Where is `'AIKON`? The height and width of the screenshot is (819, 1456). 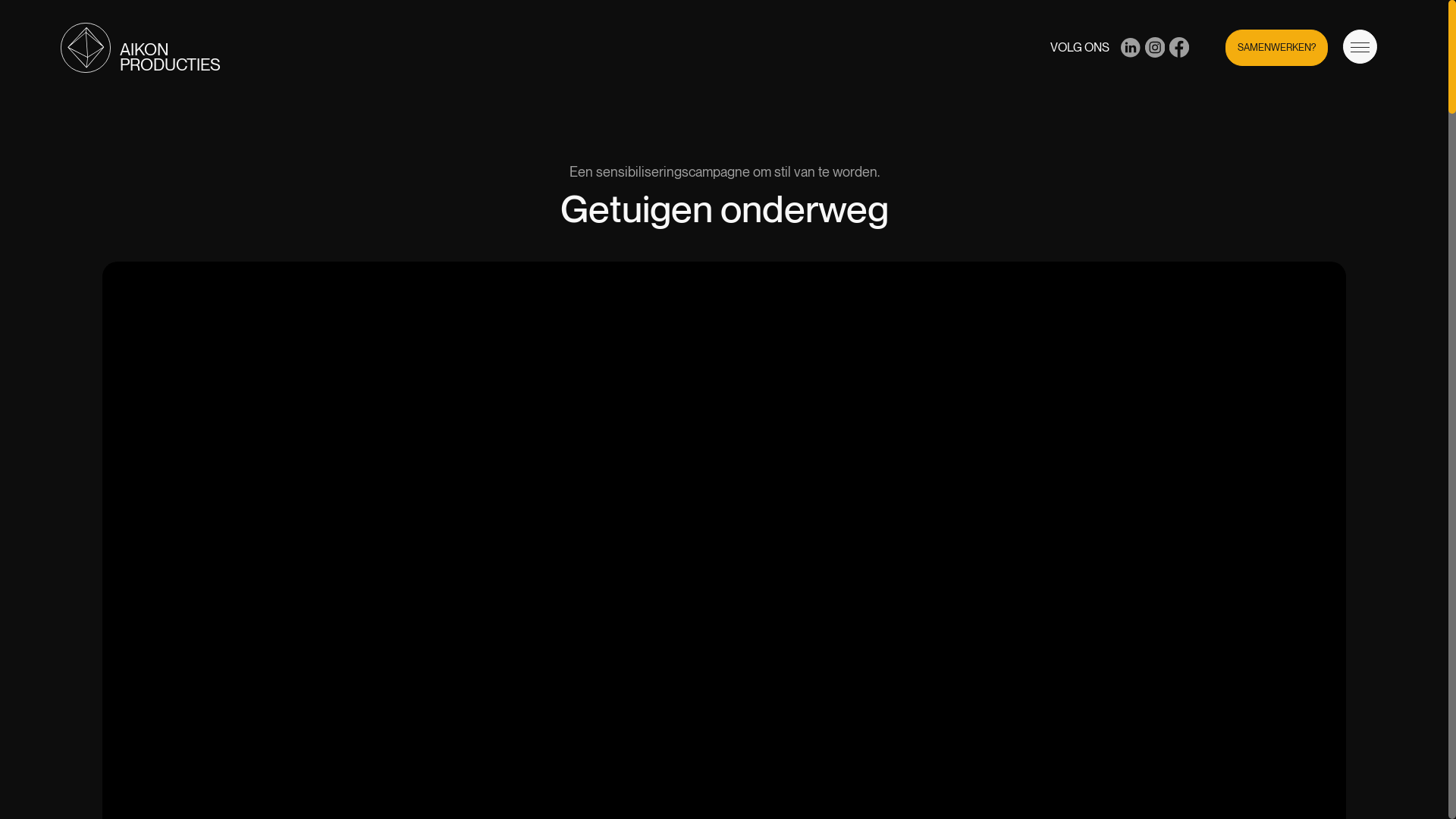
'AIKON is located at coordinates (61, 46).